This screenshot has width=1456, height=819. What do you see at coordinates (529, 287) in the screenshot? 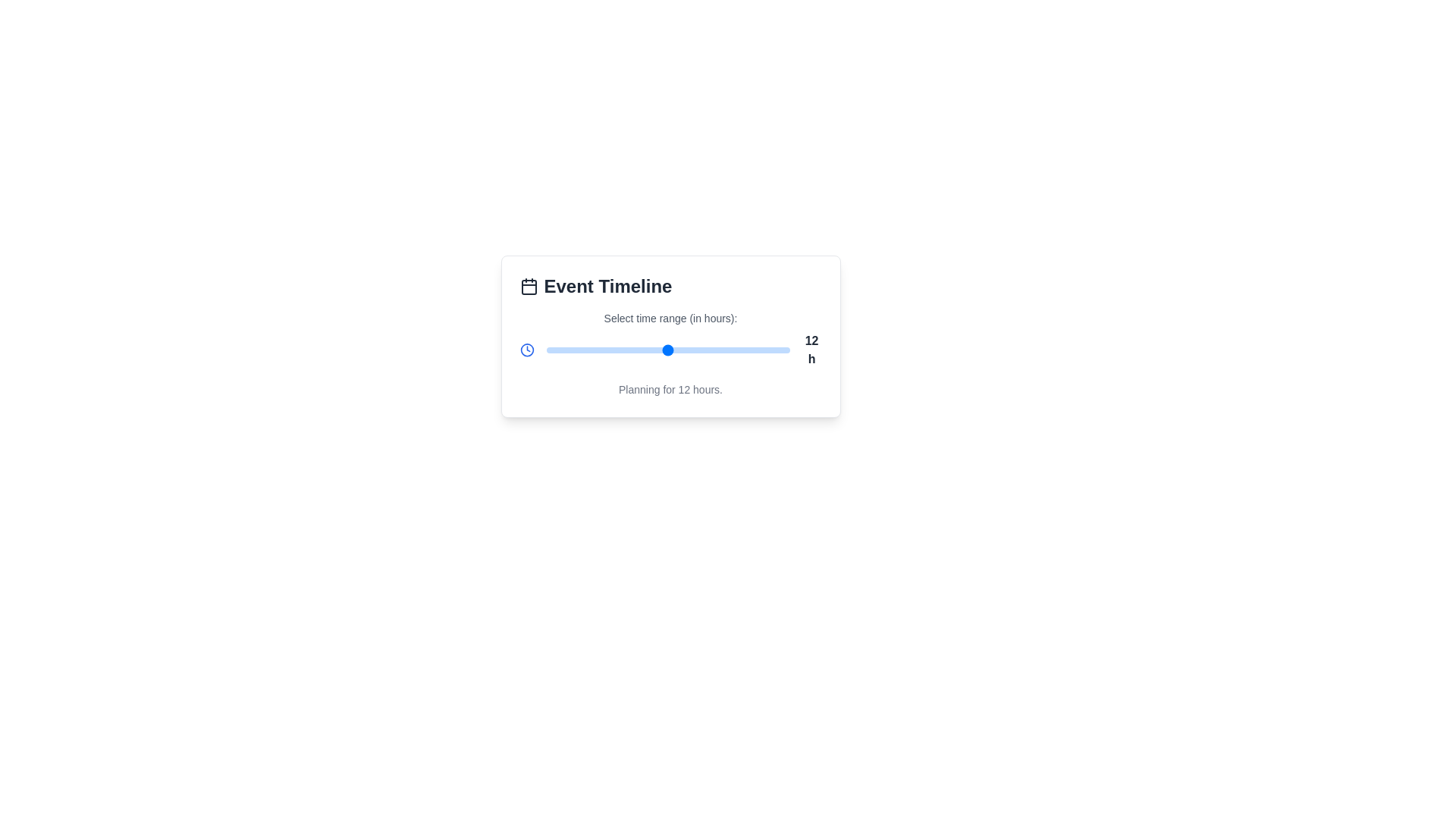
I see `the central graphical icon representing a calendar day, which is positioned beneath the horizontal line in the calendar icon` at bounding box center [529, 287].